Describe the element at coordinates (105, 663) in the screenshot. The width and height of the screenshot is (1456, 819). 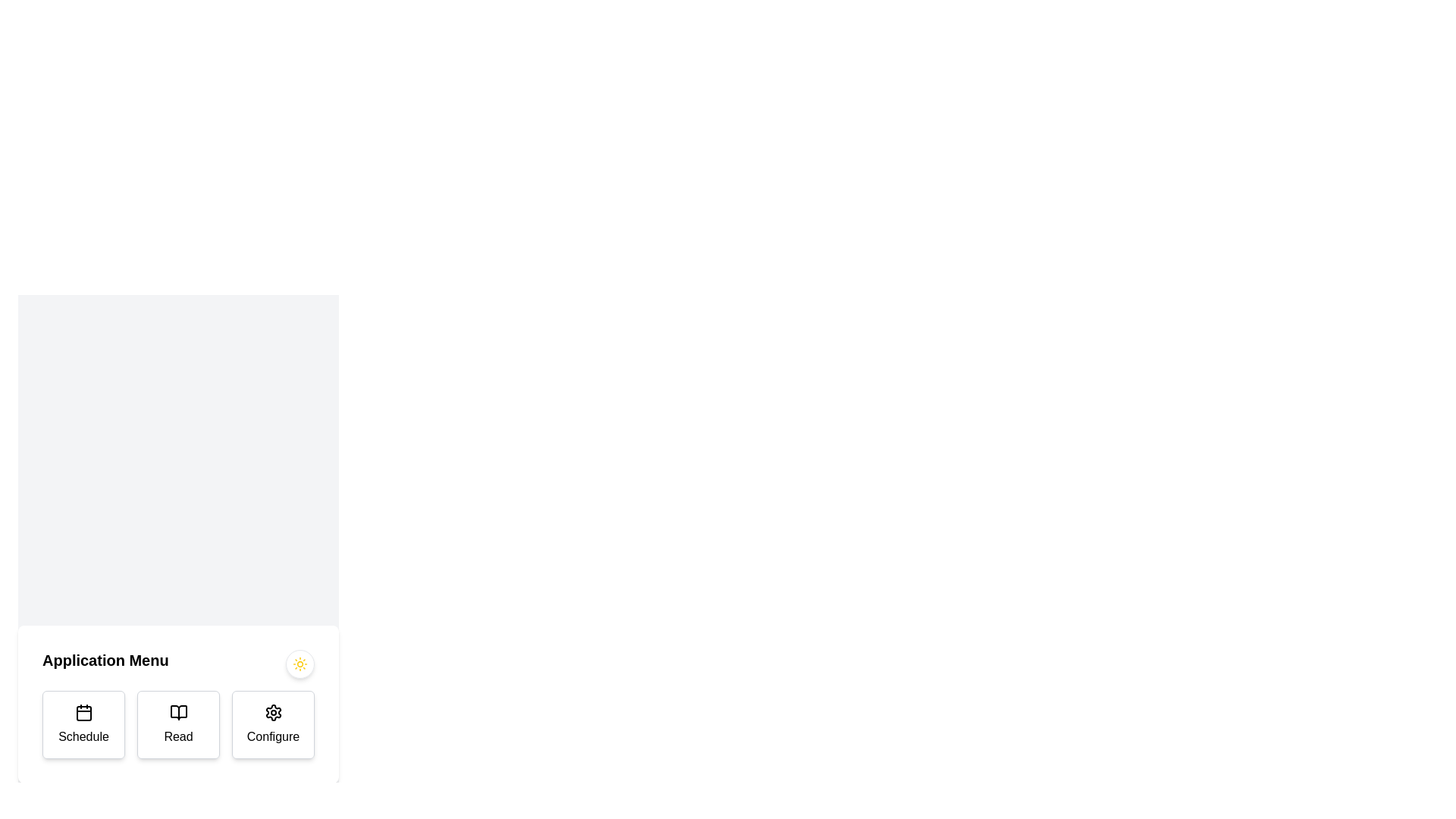
I see `the title or label text element located at the left side of the top interface section, which provides context or identification` at that location.